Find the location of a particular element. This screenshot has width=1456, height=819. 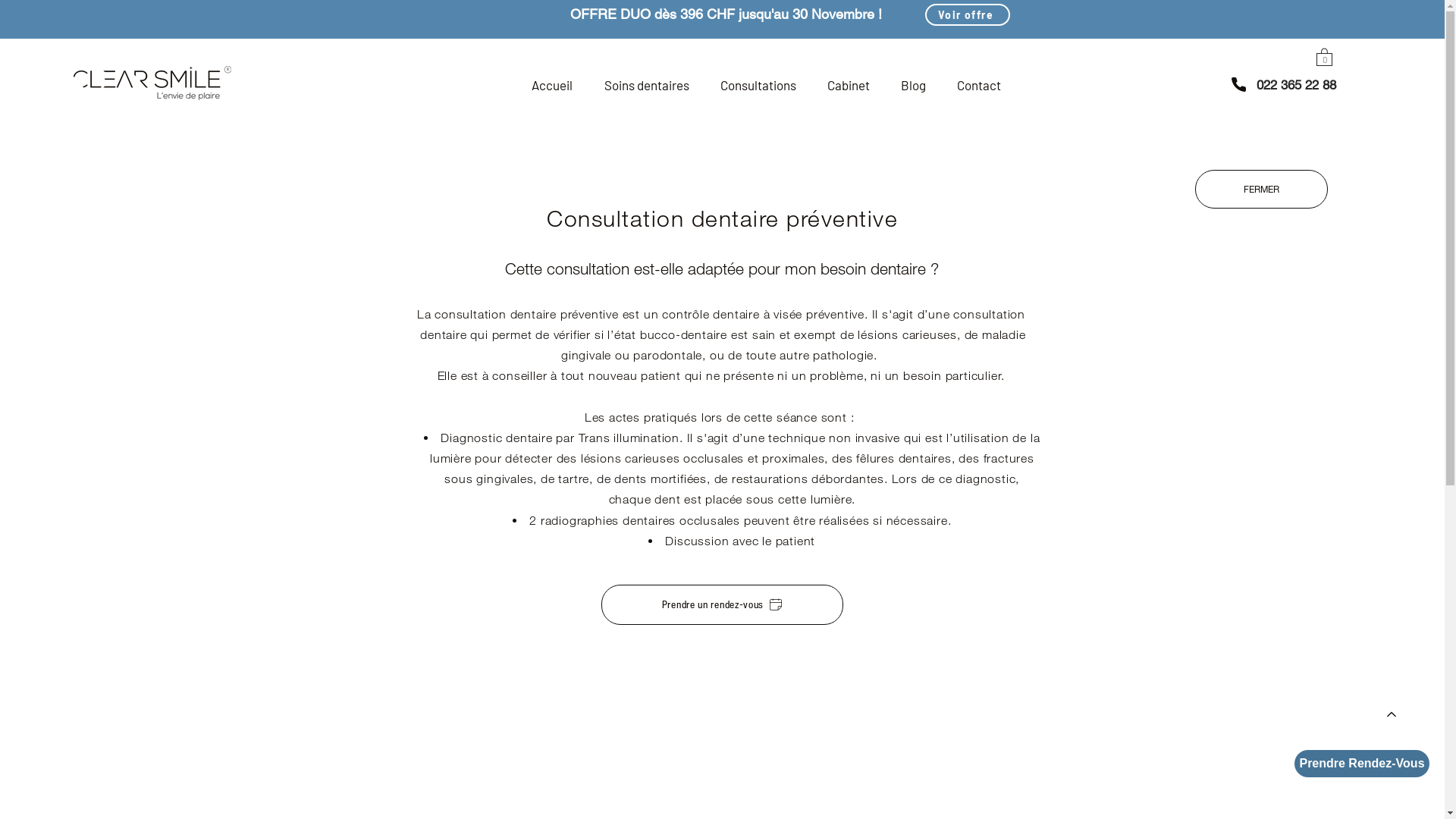

'022 365 22 88' is located at coordinates (1295, 84).